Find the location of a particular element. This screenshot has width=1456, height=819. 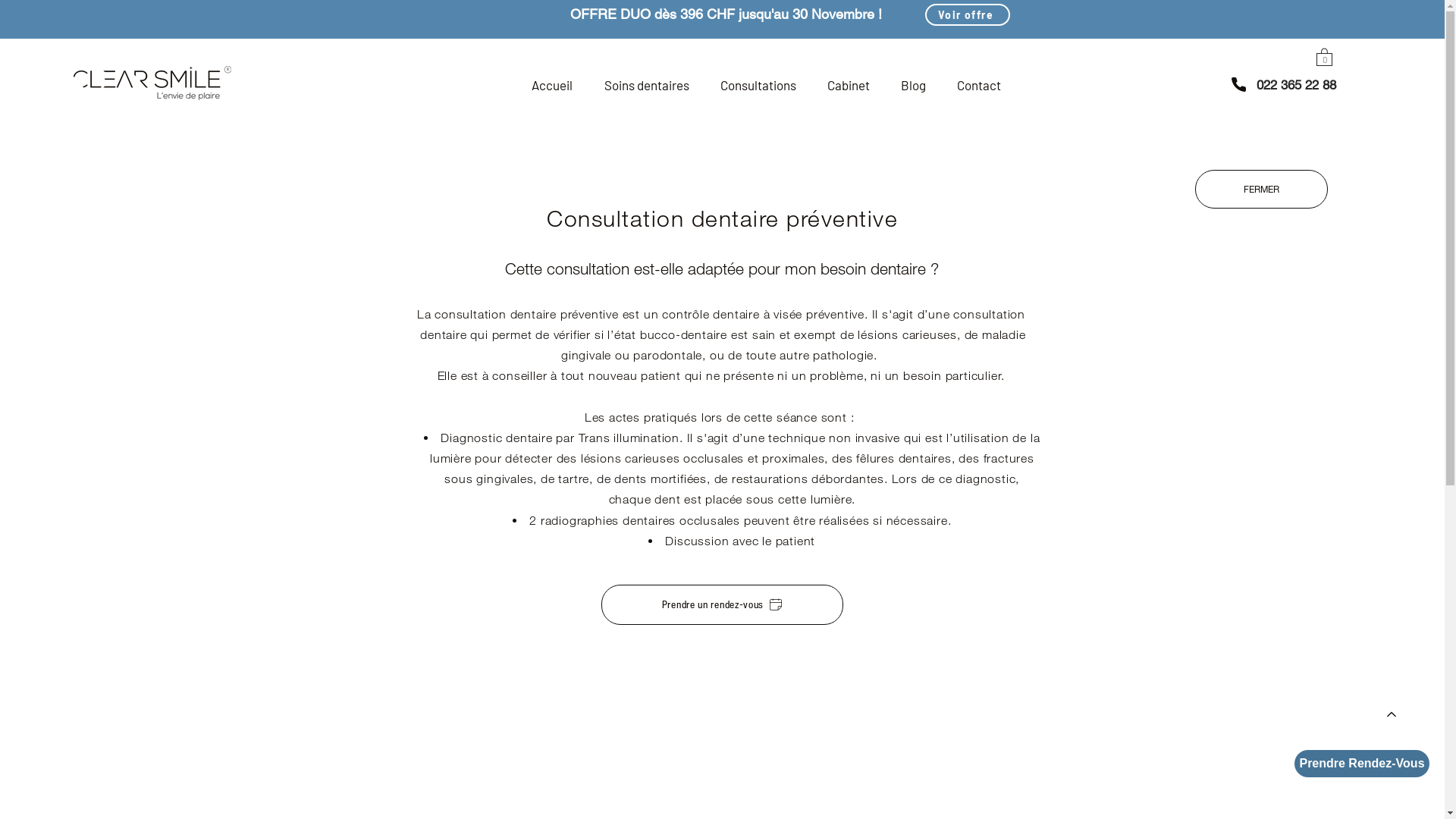

'022 365 22 88' is located at coordinates (1295, 84).